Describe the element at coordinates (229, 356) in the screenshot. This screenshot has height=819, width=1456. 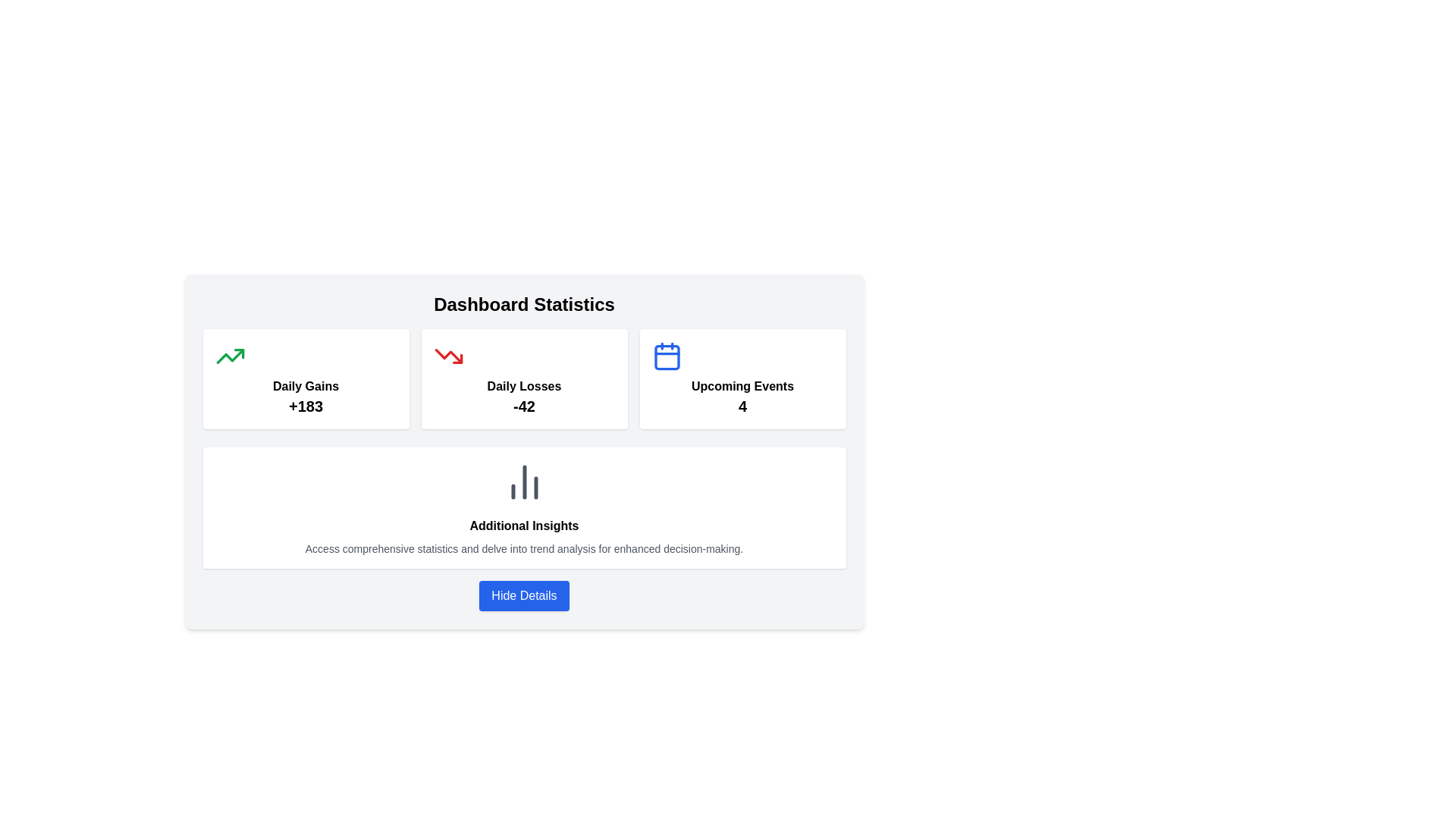
I see `the positive trend icon located within the 'Daily Gains' card, positioned to the left of the text label and numerical indicator` at that location.